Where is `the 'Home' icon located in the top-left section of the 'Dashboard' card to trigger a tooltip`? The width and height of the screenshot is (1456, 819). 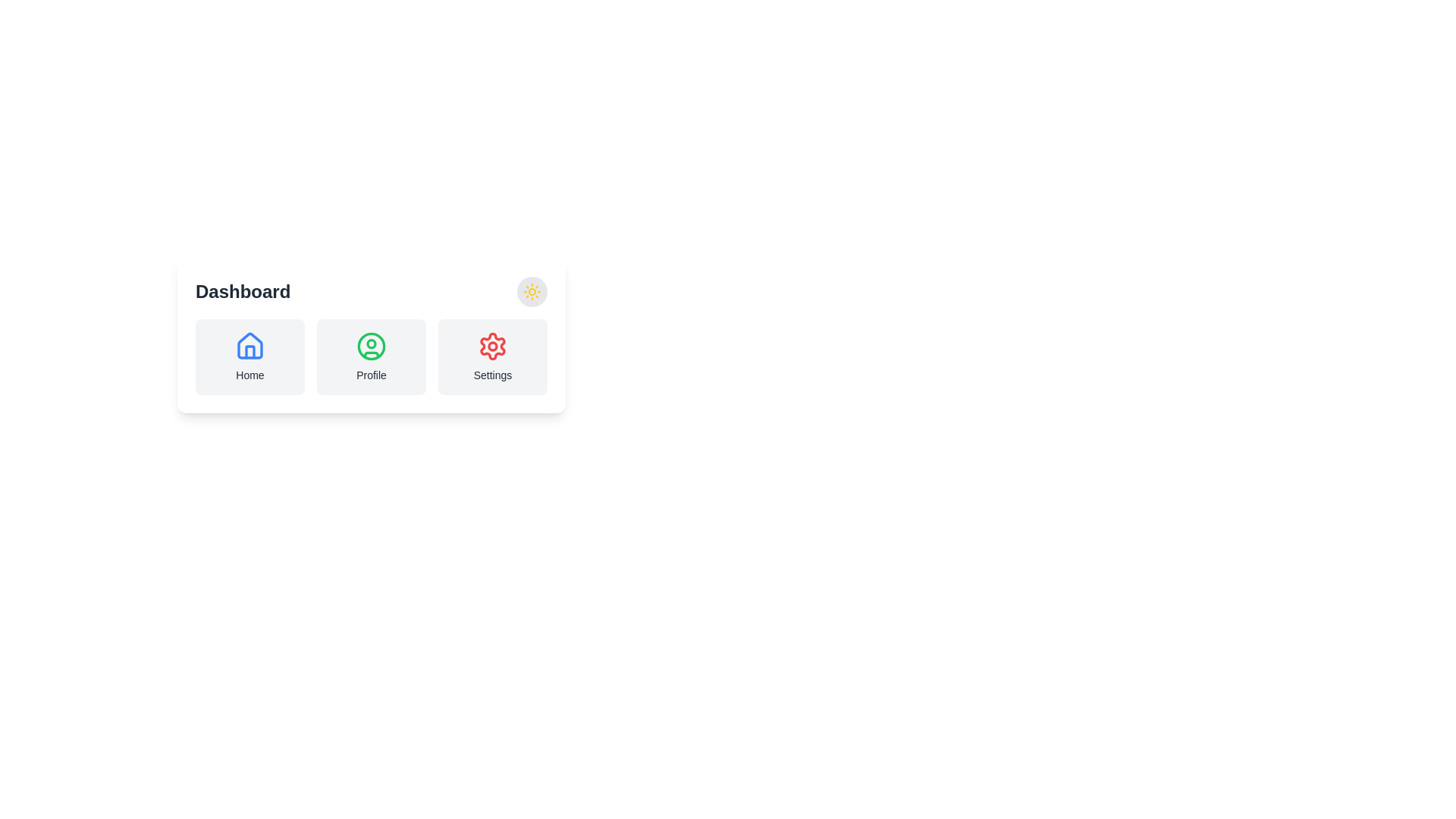 the 'Home' icon located in the top-left section of the 'Dashboard' card to trigger a tooltip is located at coordinates (250, 345).